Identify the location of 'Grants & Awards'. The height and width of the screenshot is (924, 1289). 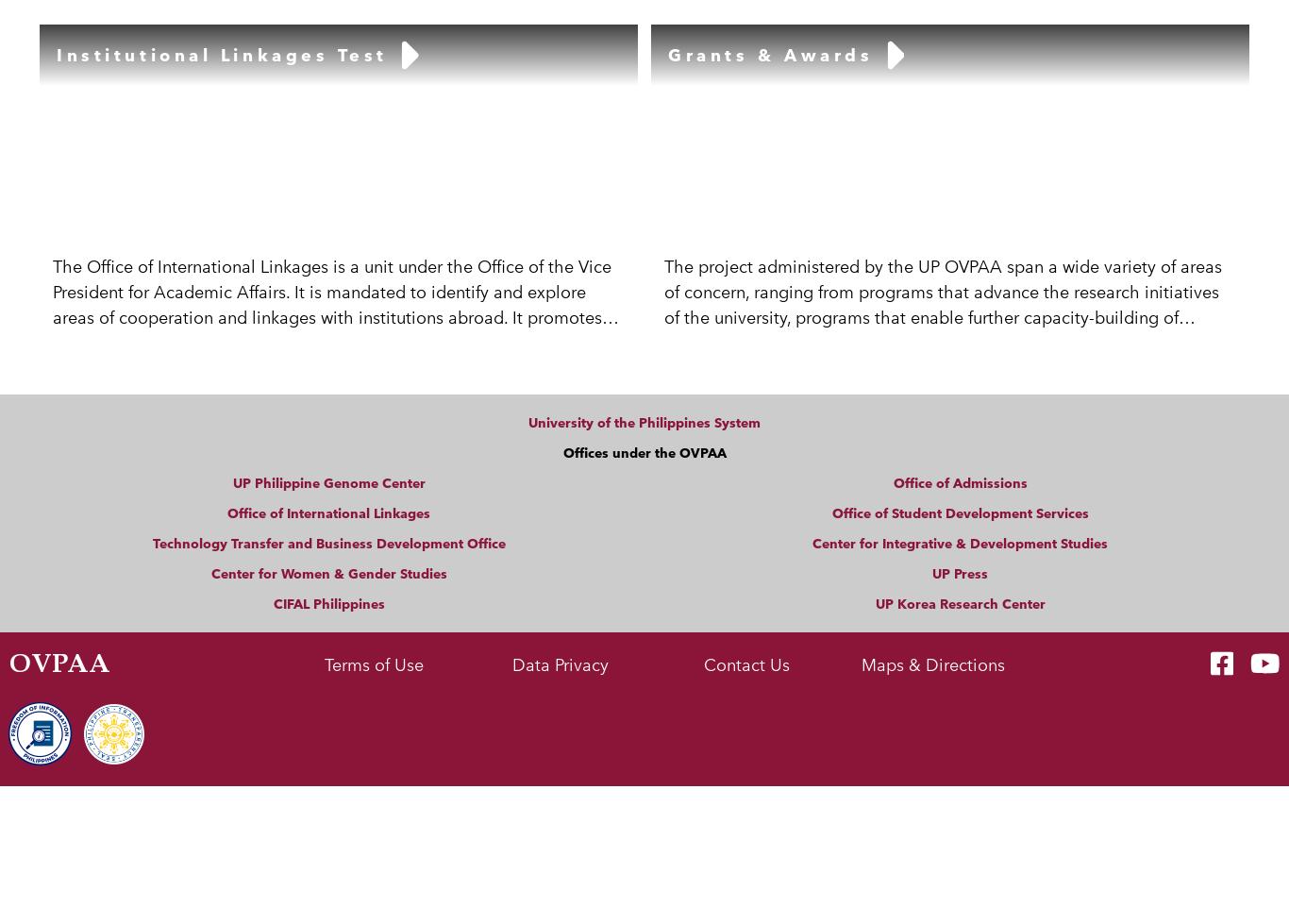
(769, 55).